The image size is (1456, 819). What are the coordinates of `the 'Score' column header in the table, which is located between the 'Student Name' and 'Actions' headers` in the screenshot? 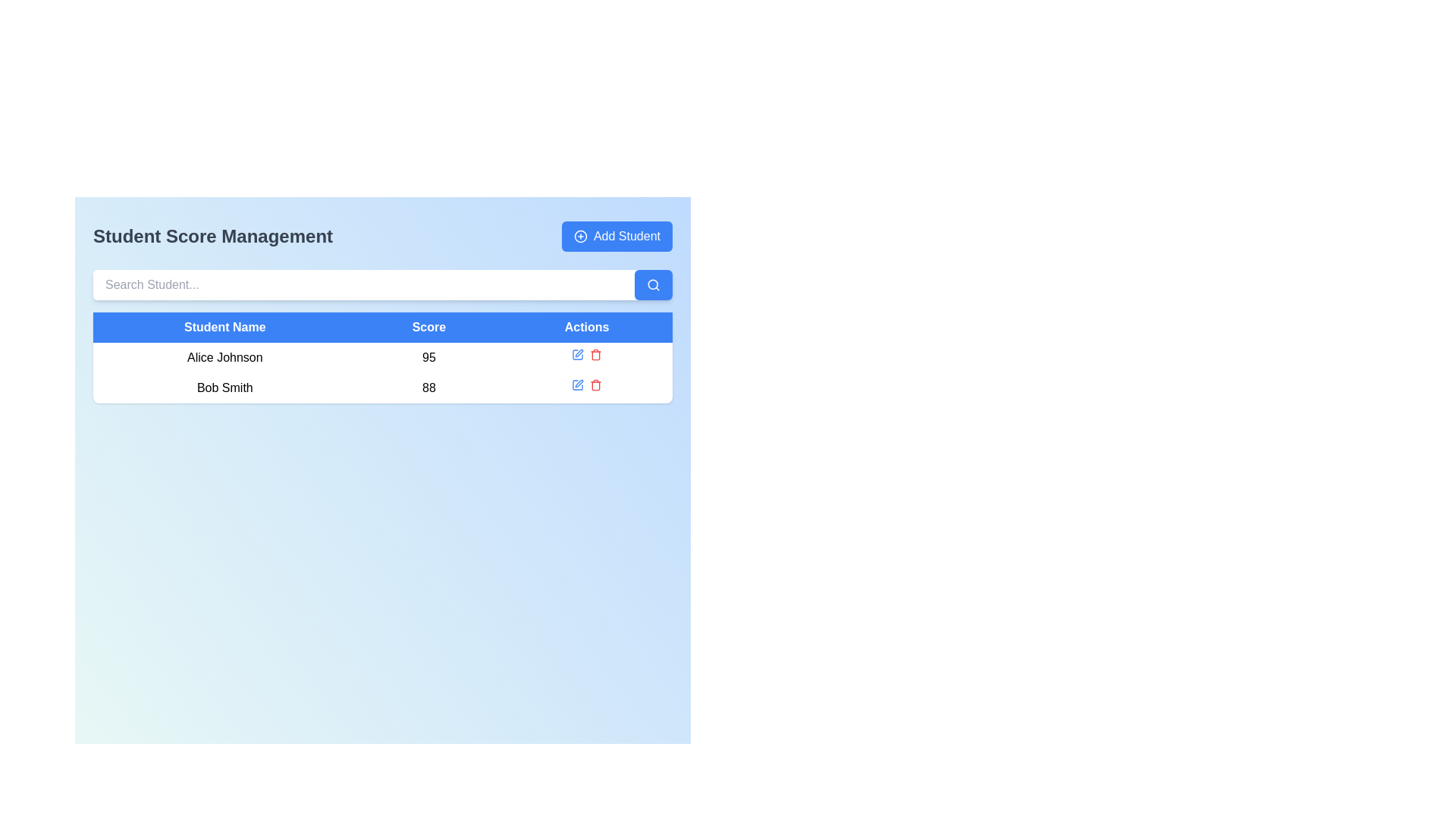 It's located at (428, 327).